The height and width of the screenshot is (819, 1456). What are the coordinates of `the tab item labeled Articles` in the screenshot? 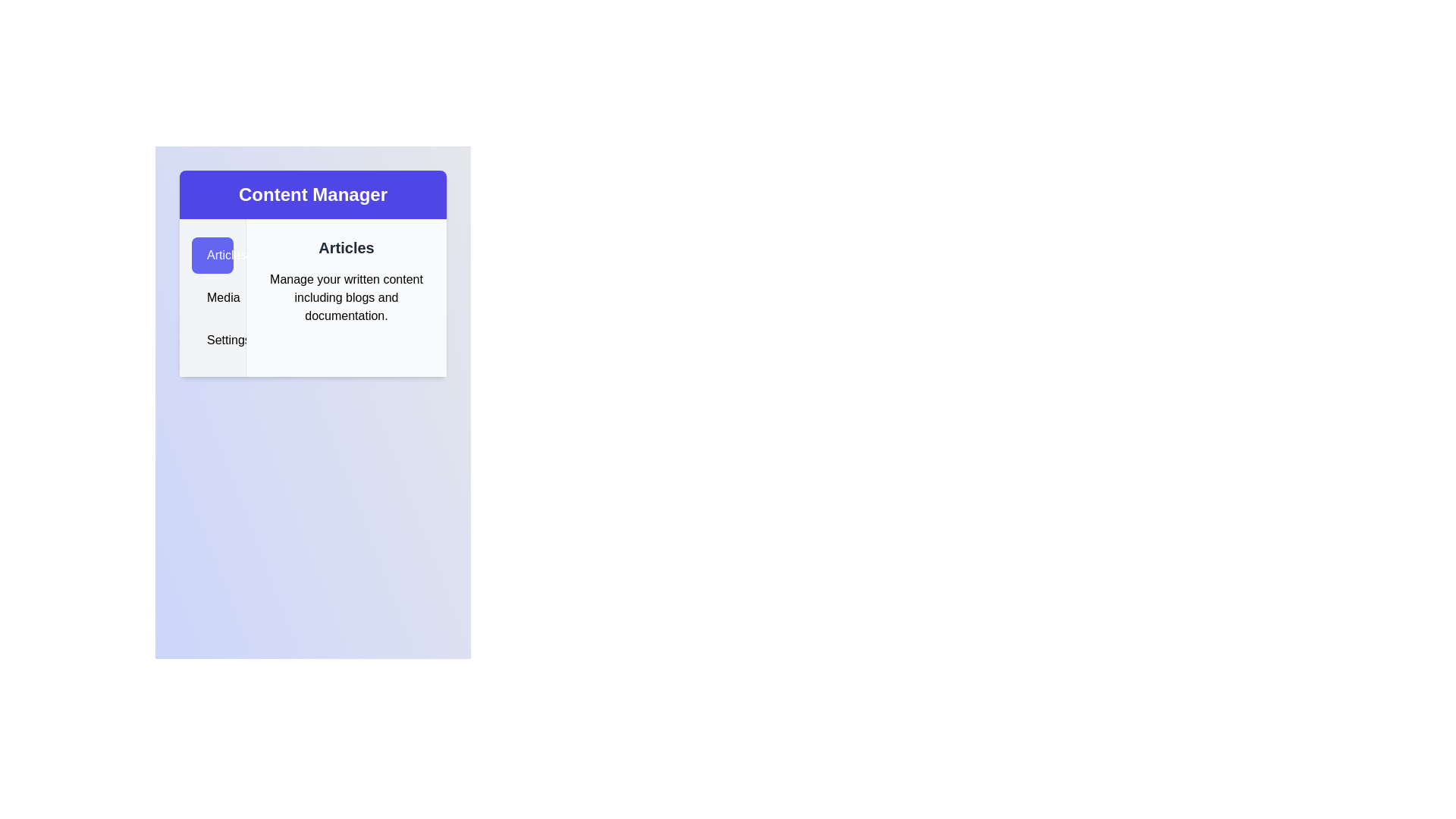 It's located at (212, 254).